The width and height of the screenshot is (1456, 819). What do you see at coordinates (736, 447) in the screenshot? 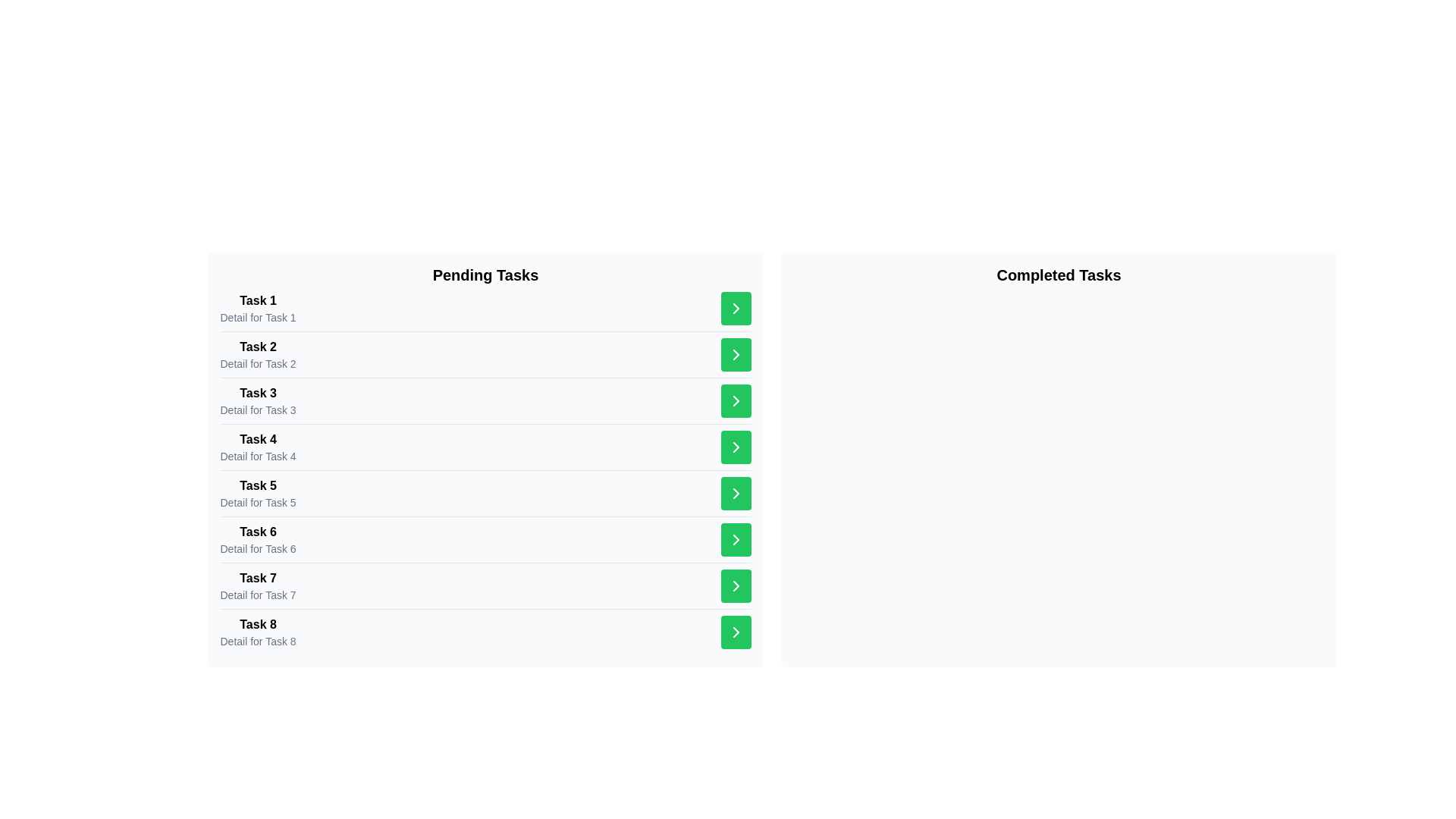
I see `the rightward-pointing chevron button, which is a green circular button with a white arrow inside` at bounding box center [736, 447].